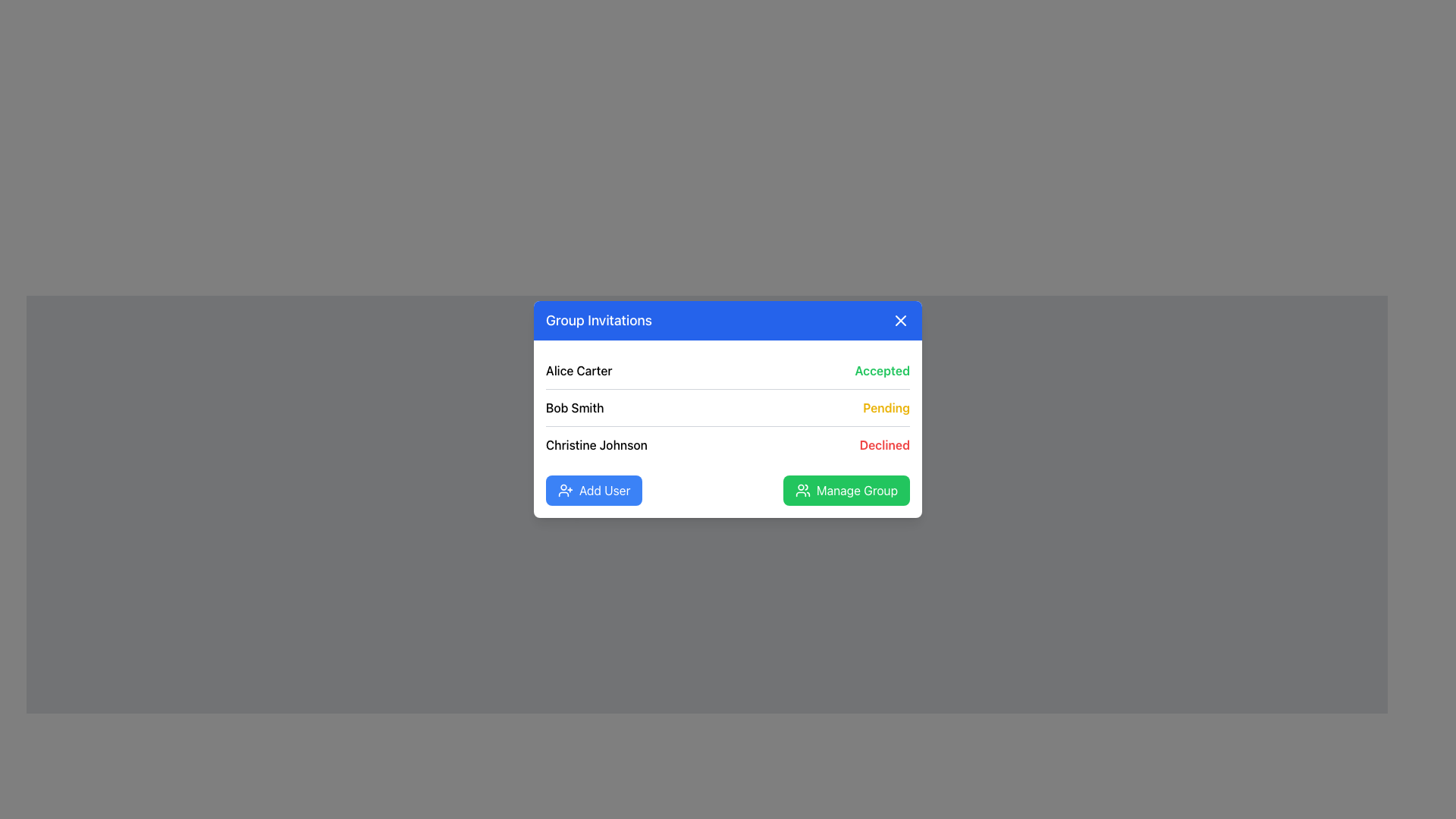  What do you see at coordinates (886, 406) in the screenshot?
I see `the static text displaying 'Pending' next to 'Bob Smith' in the 'Group Invitations' interface` at bounding box center [886, 406].